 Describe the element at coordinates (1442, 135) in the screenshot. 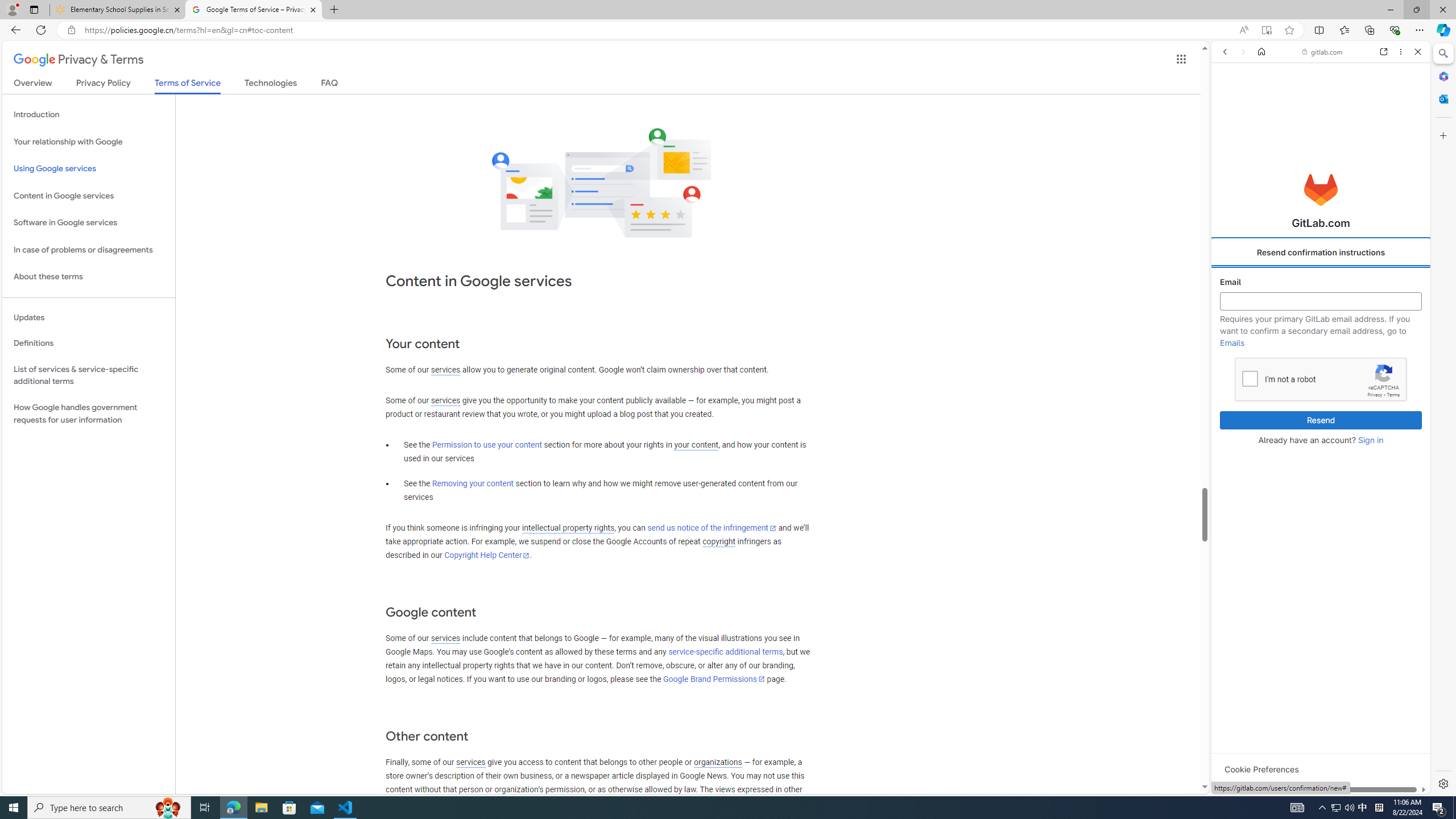

I see `'Customize'` at that location.